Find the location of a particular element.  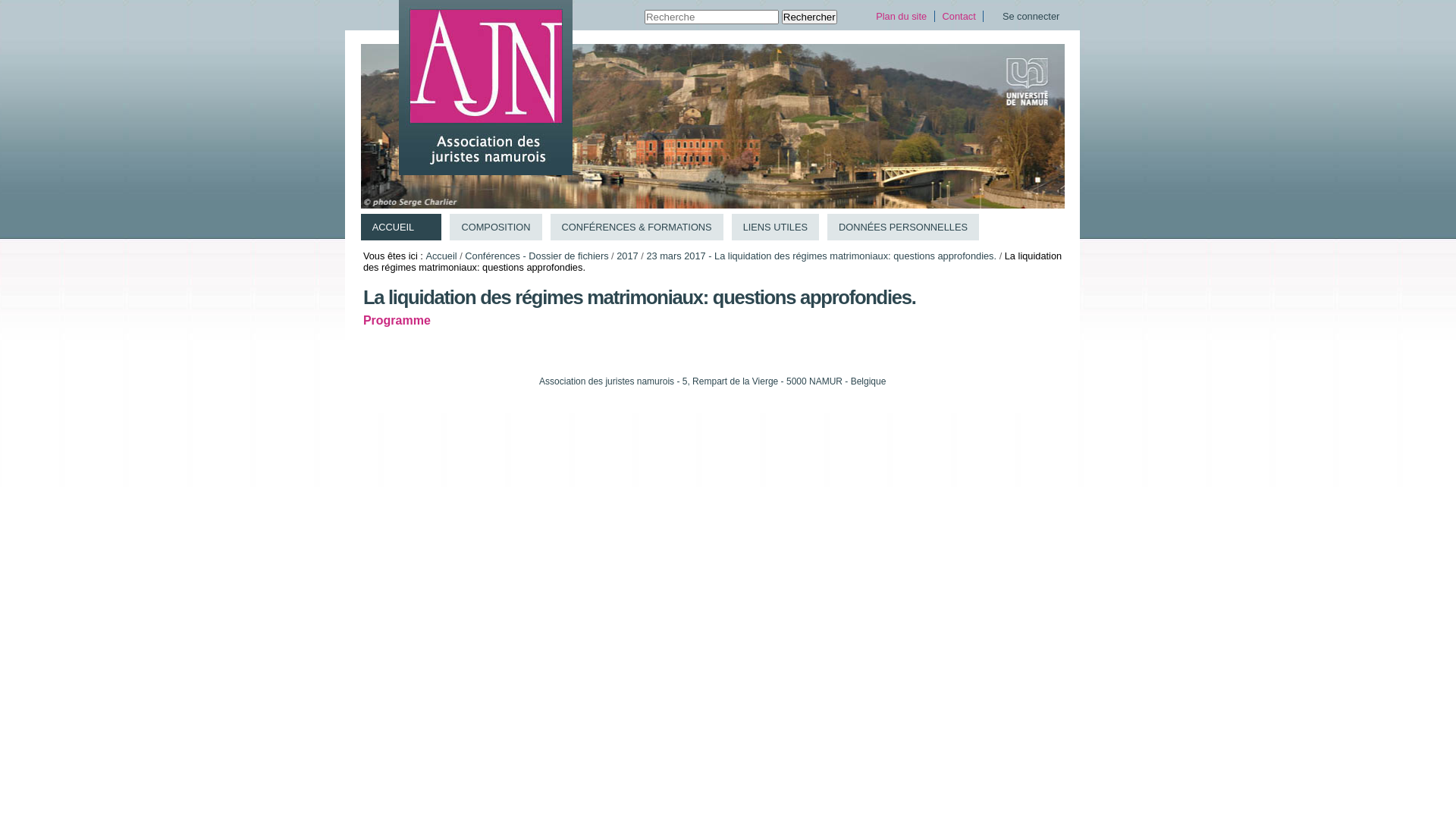

'Programme' is located at coordinates (397, 319).